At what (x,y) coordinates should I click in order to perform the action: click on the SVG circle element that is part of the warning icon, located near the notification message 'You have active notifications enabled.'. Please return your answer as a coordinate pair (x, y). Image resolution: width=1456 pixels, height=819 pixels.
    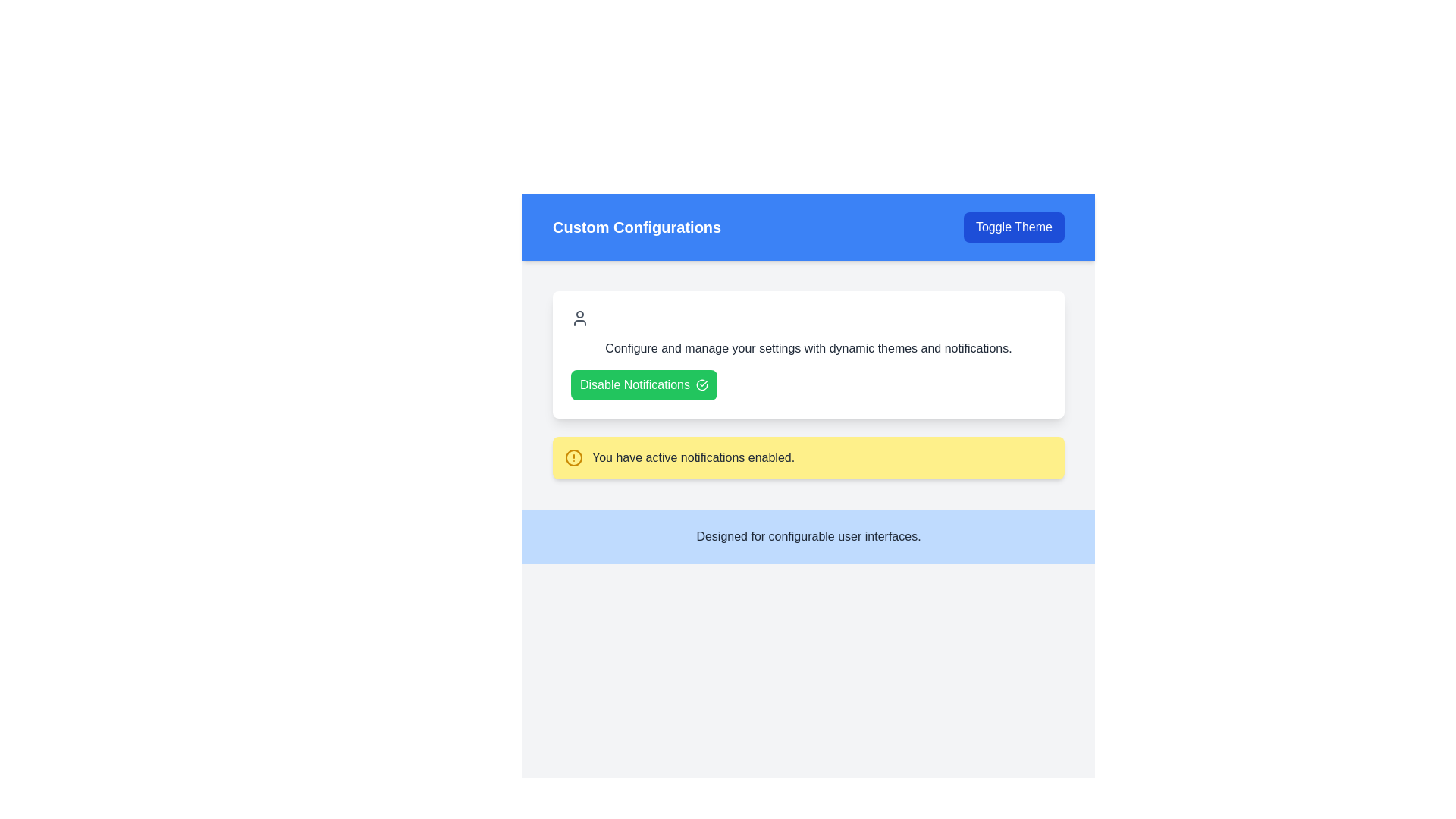
    Looking at the image, I should click on (573, 457).